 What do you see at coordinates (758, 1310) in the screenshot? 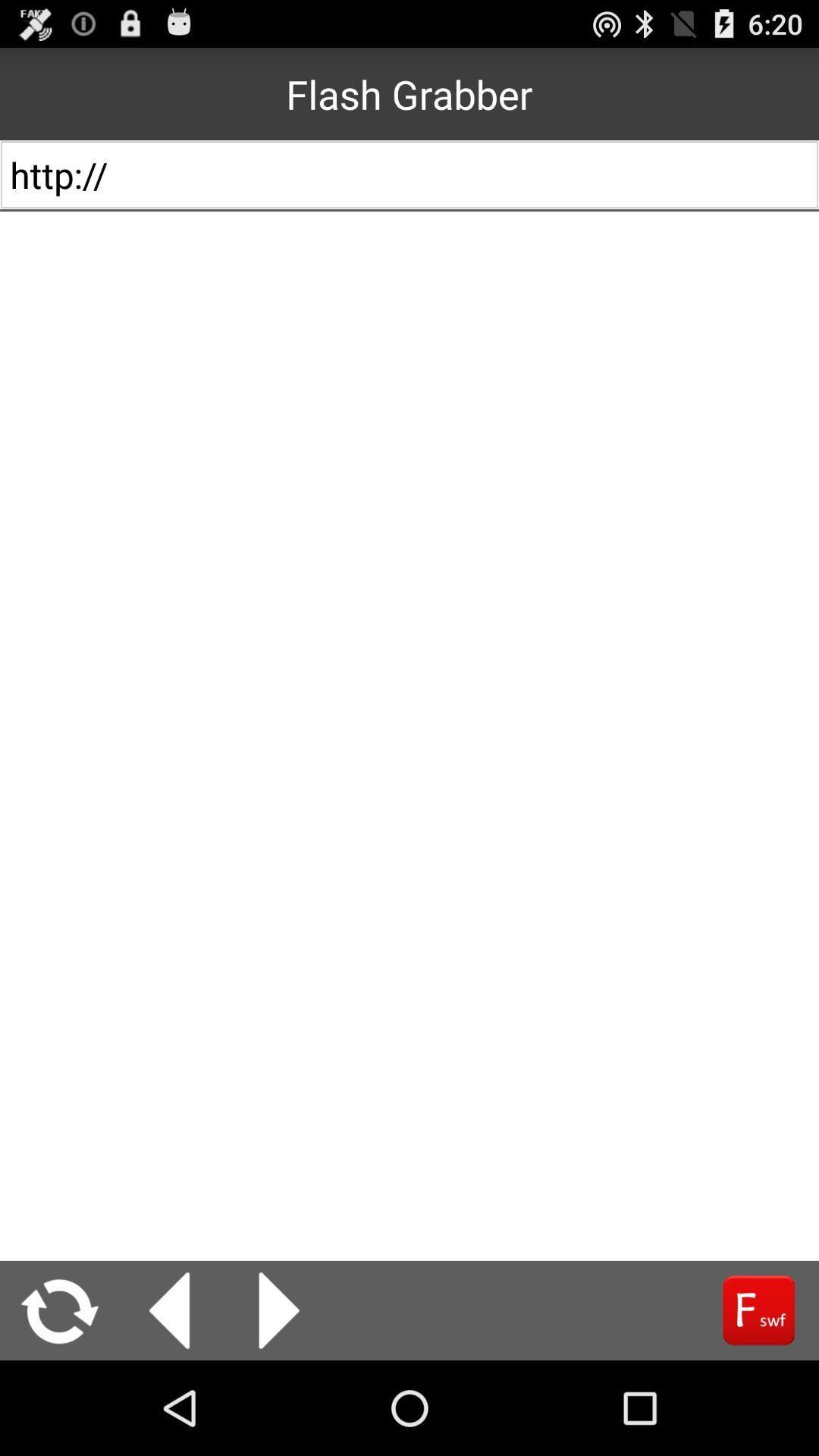
I see `go forward` at bounding box center [758, 1310].